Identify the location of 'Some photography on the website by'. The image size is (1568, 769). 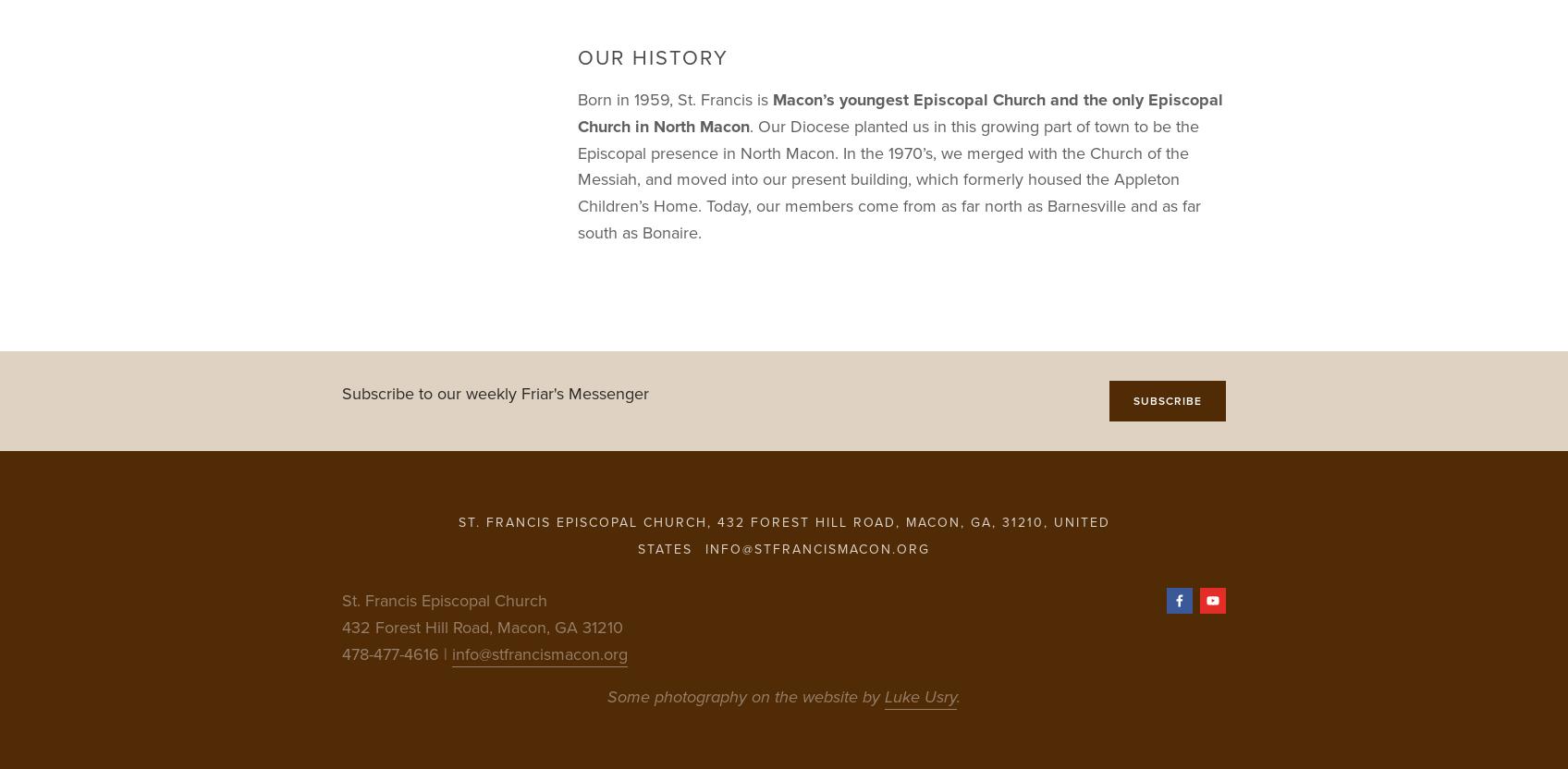
(744, 695).